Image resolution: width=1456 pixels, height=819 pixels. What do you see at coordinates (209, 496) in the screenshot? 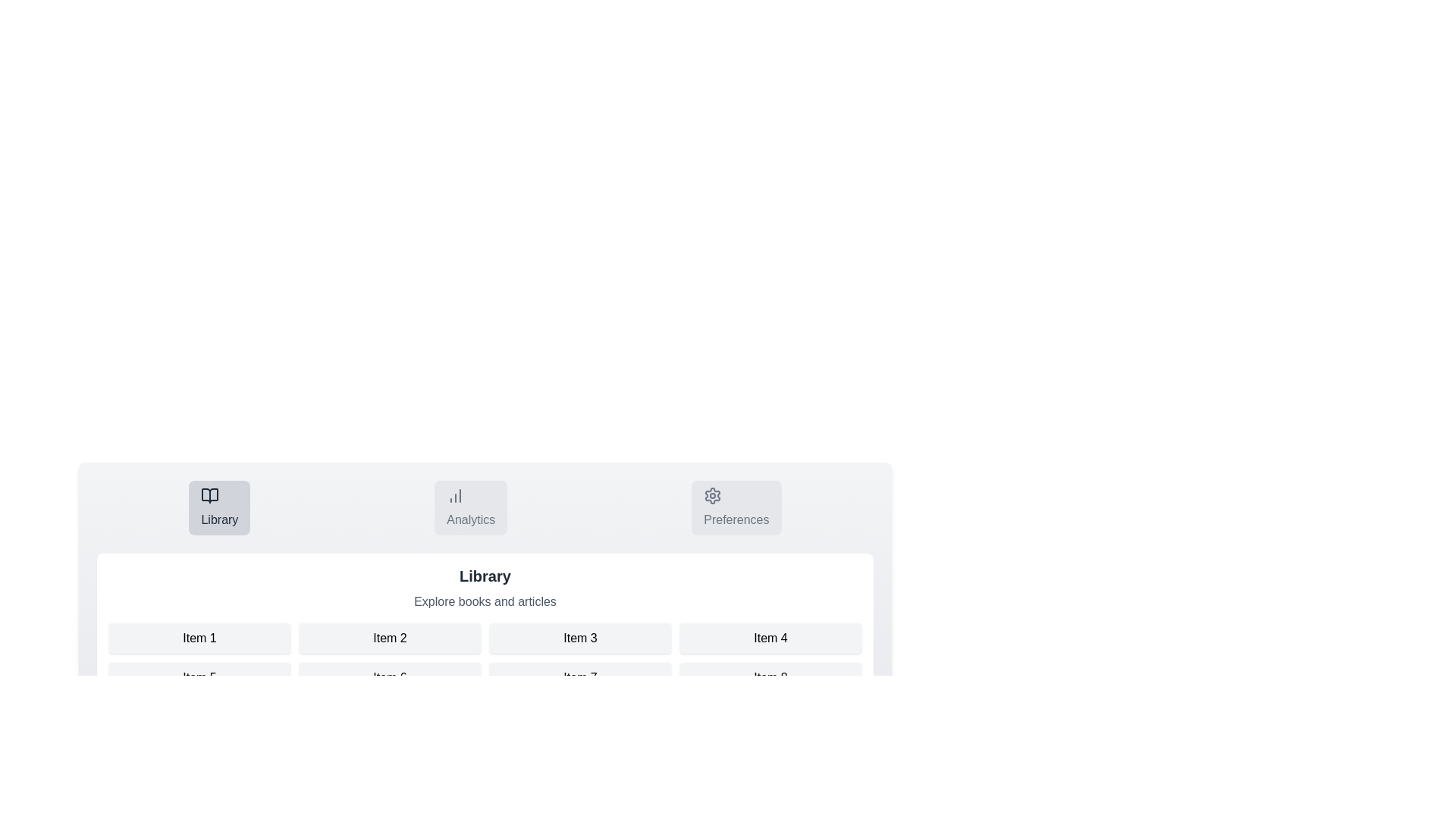
I see `the icon of the Library tab to switch to it` at bounding box center [209, 496].